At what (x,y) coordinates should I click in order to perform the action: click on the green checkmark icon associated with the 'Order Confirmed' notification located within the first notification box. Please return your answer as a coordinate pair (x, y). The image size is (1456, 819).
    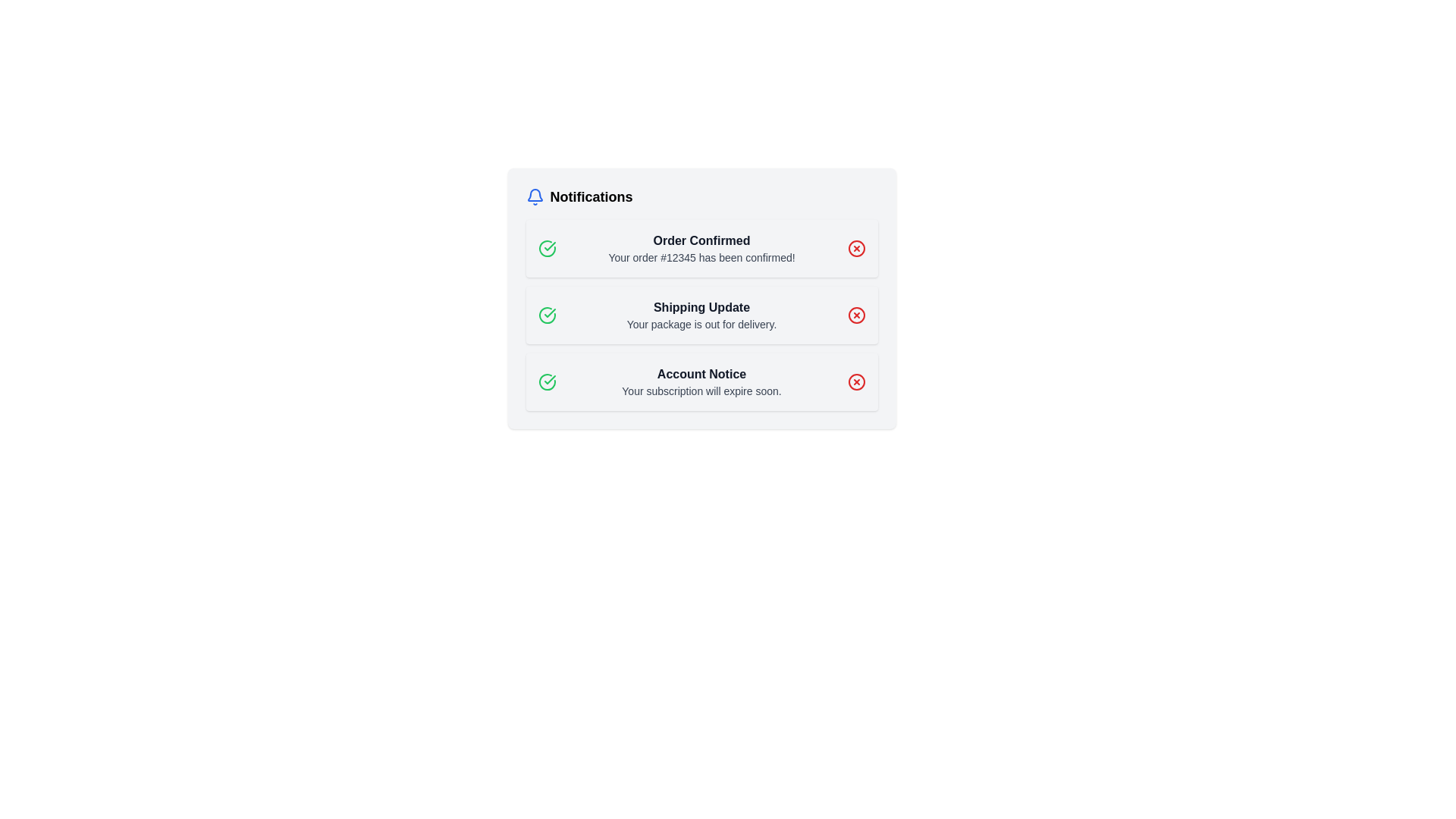
    Looking at the image, I should click on (548, 312).